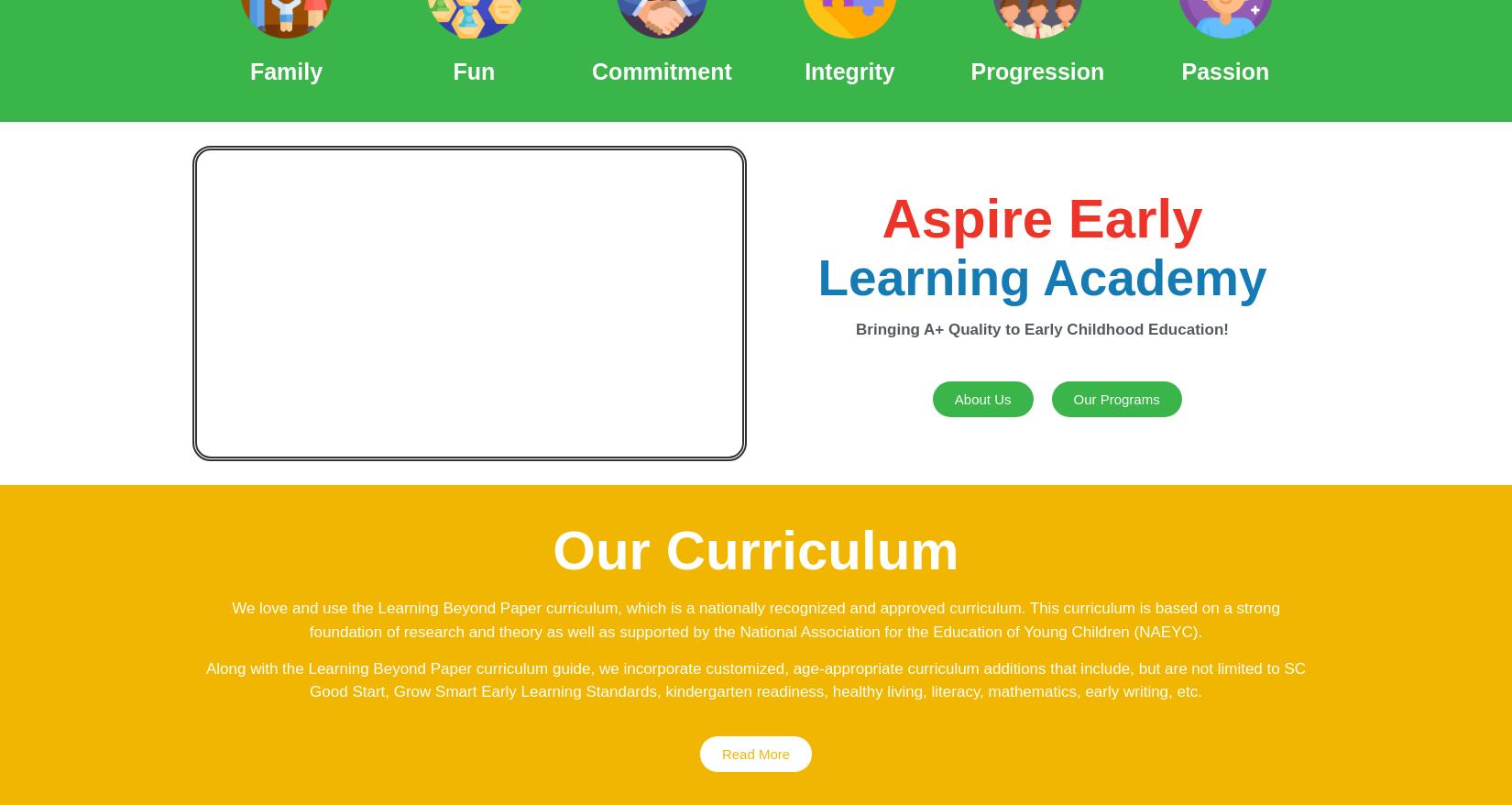 The height and width of the screenshot is (805, 1512). What do you see at coordinates (452, 71) in the screenshot?
I see `'Fun'` at bounding box center [452, 71].